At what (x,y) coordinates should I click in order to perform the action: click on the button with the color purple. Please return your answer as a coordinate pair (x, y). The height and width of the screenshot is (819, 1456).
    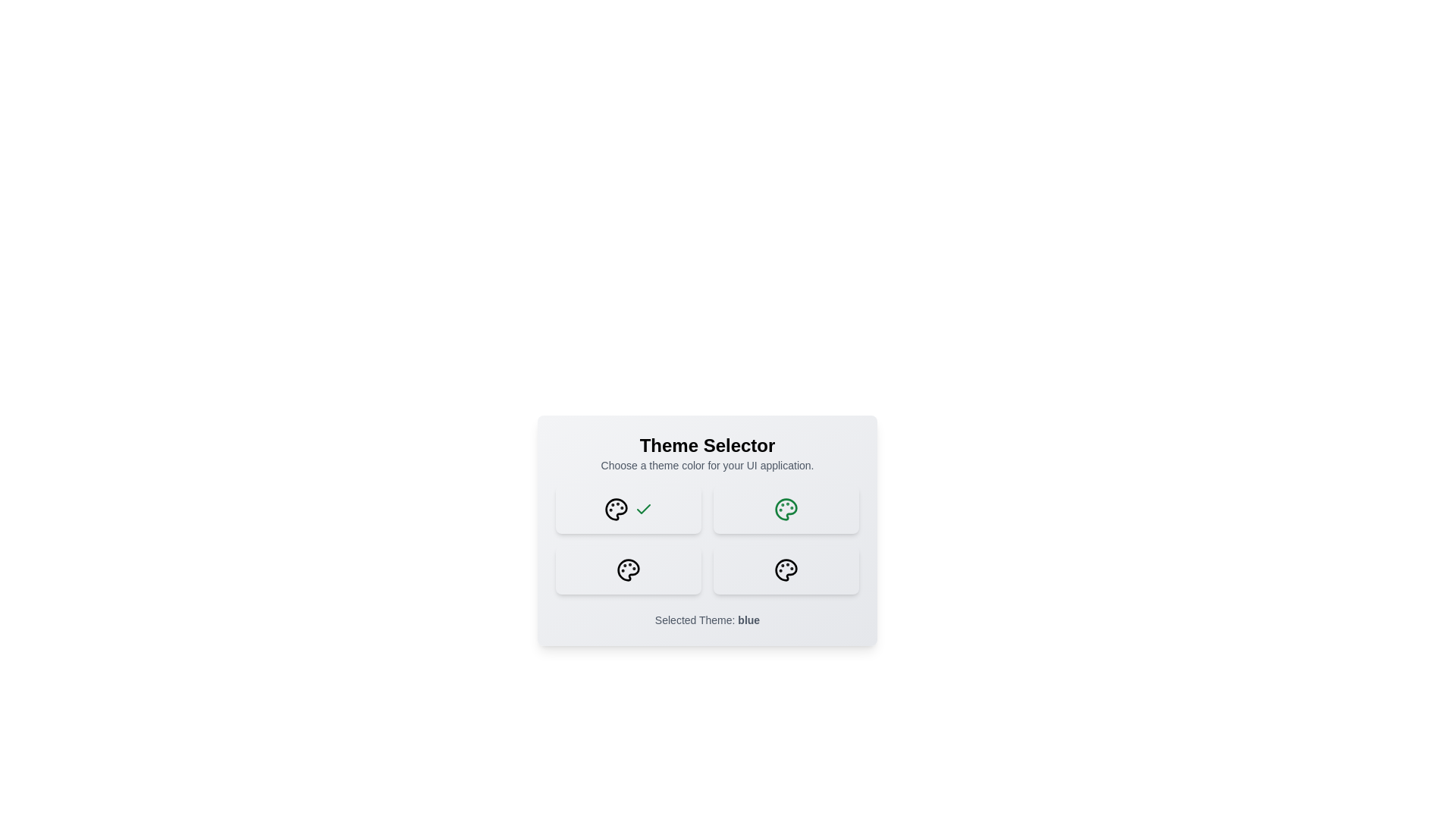
    Looking at the image, I should click on (629, 570).